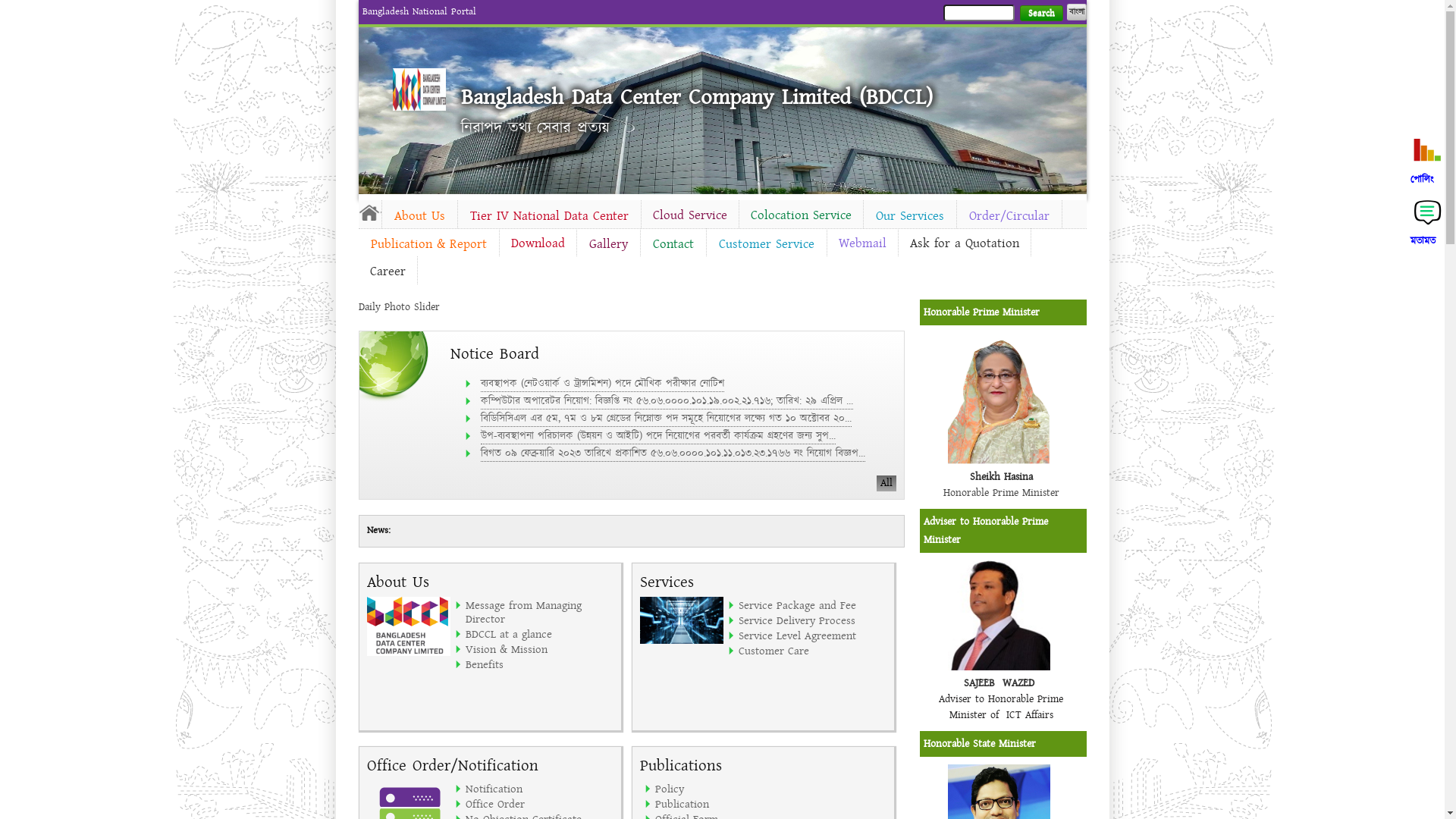 This screenshot has height=819, width=1456. What do you see at coordinates (539, 634) in the screenshot?
I see `'BDCCL at a glance'` at bounding box center [539, 634].